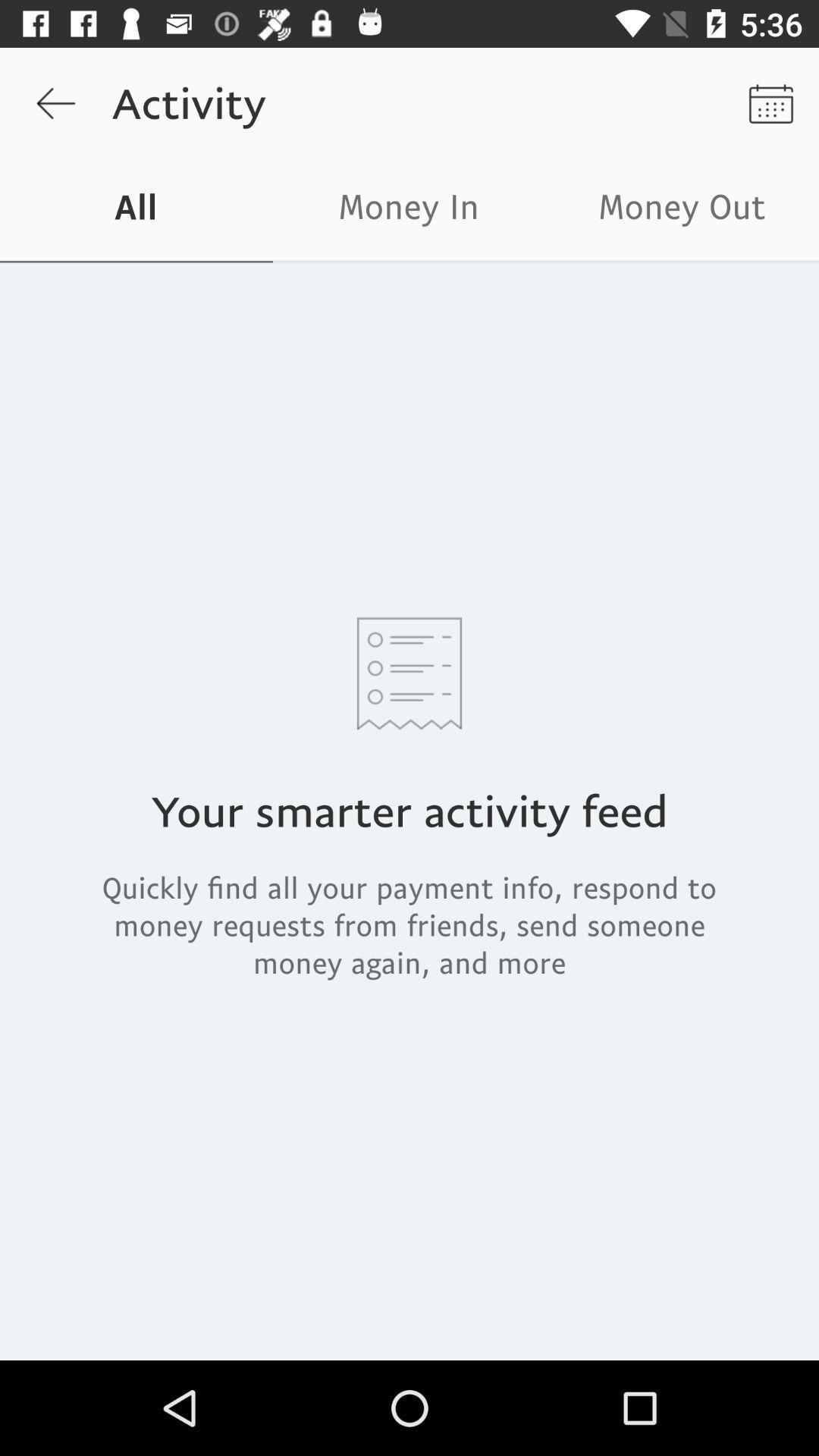 The height and width of the screenshot is (1456, 819). Describe the element at coordinates (55, 102) in the screenshot. I see `icon next to the activity` at that location.